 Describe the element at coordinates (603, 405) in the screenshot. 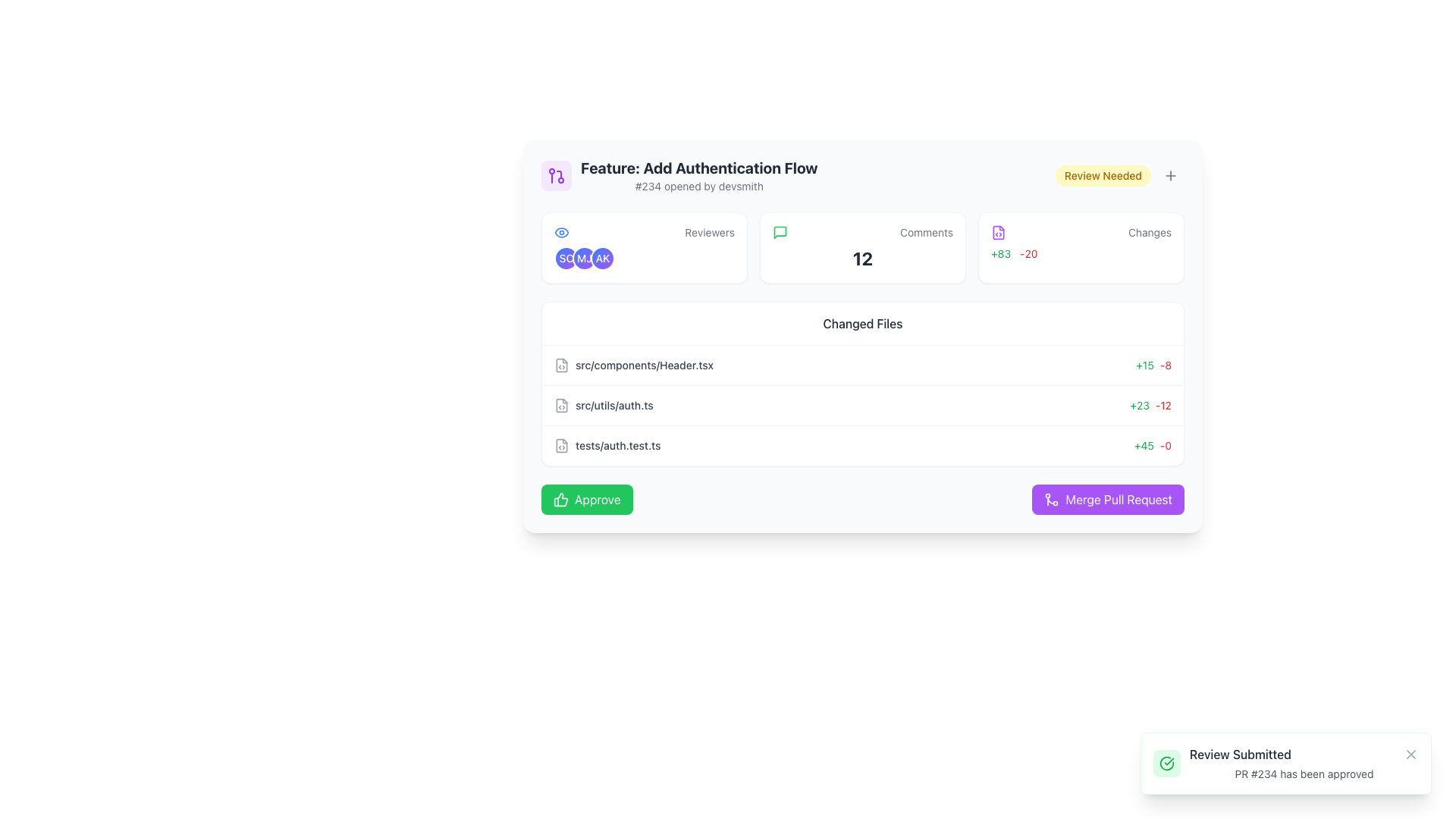

I see `the text label of the file named 'src/utils/auth.ts' in the list of changed files` at that location.